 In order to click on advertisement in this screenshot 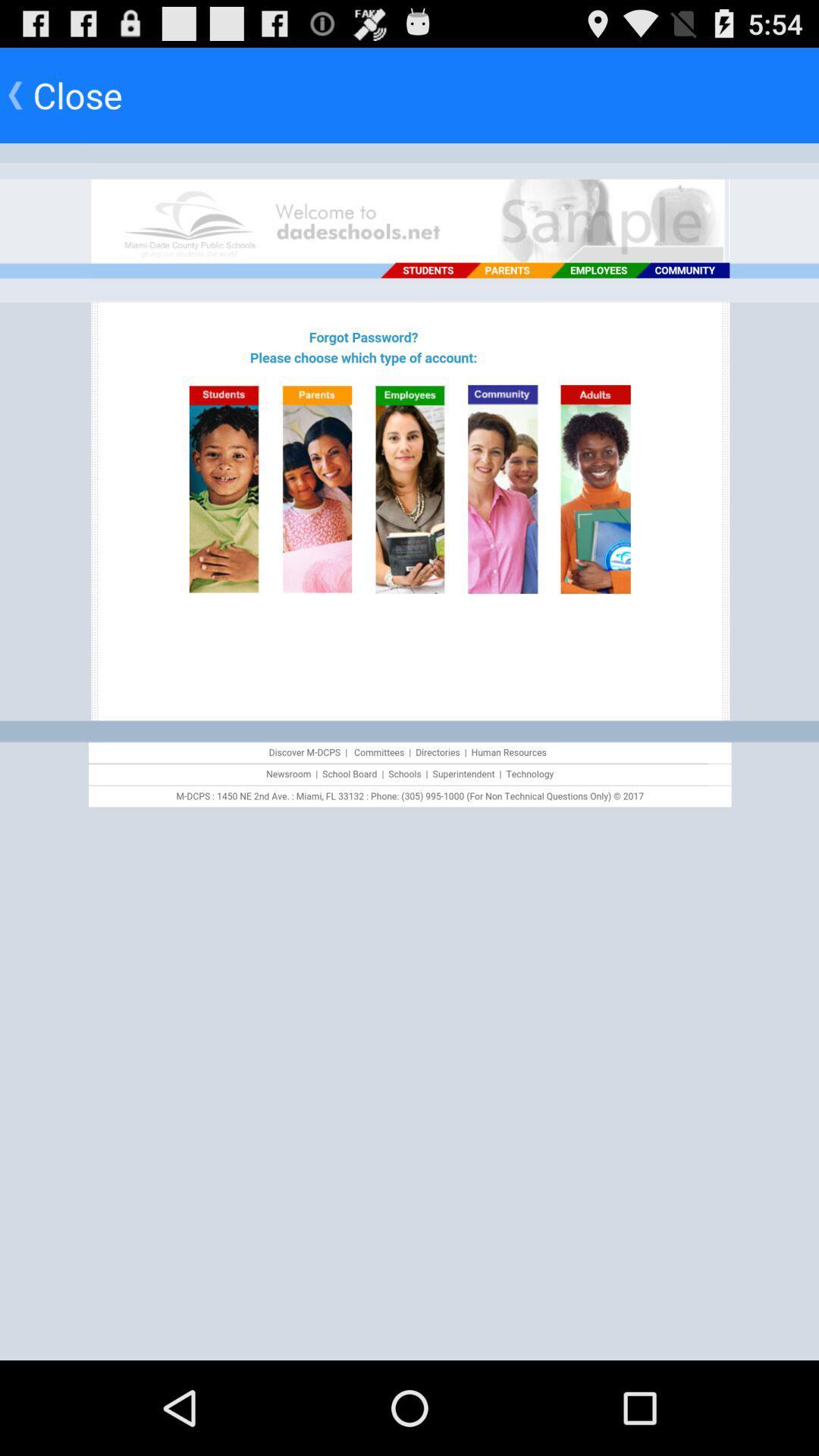, I will do `click(409, 752)`.